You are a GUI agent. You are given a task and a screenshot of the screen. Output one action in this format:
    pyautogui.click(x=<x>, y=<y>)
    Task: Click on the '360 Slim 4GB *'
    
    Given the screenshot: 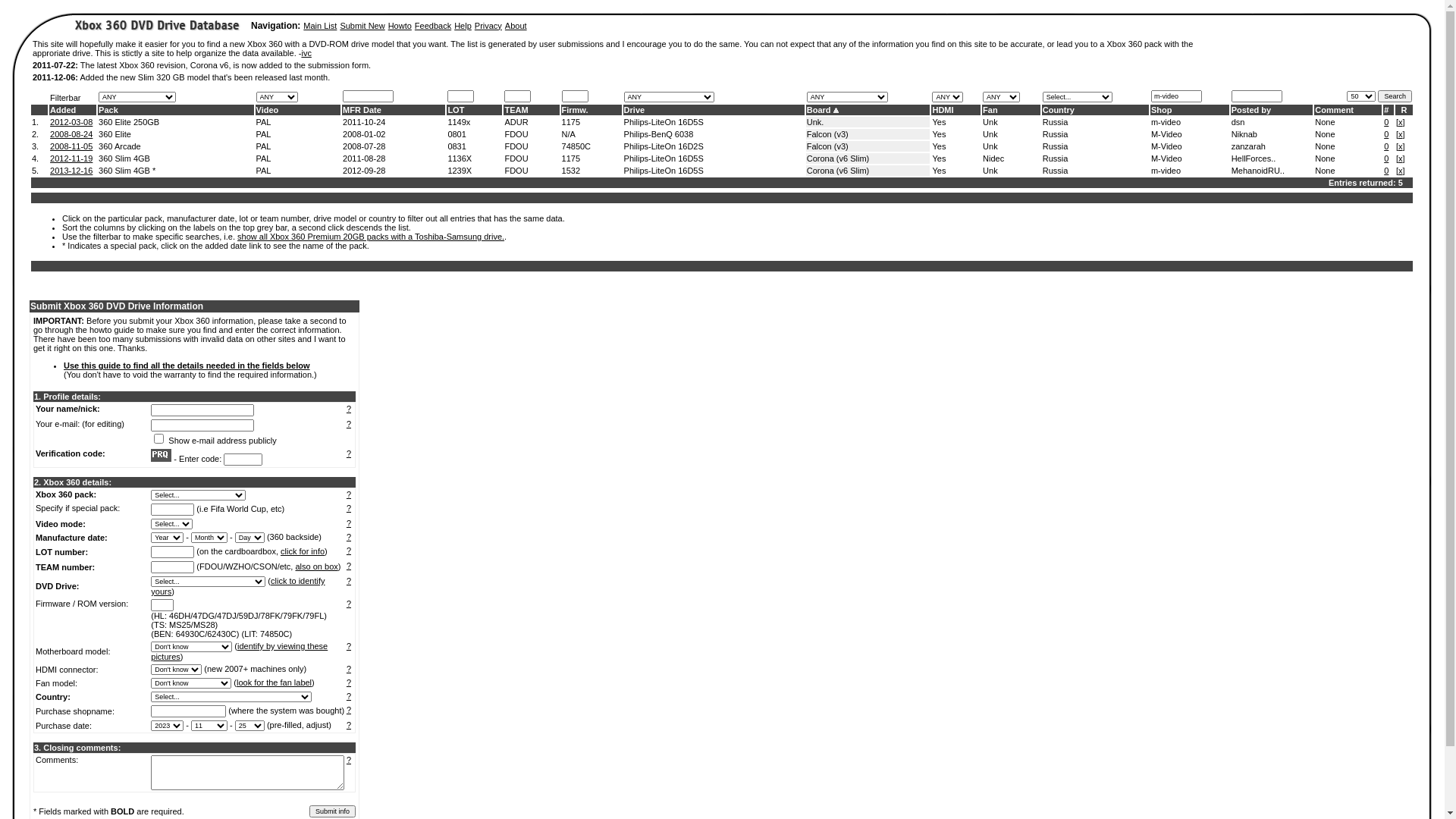 What is the action you would take?
    pyautogui.click(x=127, y=170)
    